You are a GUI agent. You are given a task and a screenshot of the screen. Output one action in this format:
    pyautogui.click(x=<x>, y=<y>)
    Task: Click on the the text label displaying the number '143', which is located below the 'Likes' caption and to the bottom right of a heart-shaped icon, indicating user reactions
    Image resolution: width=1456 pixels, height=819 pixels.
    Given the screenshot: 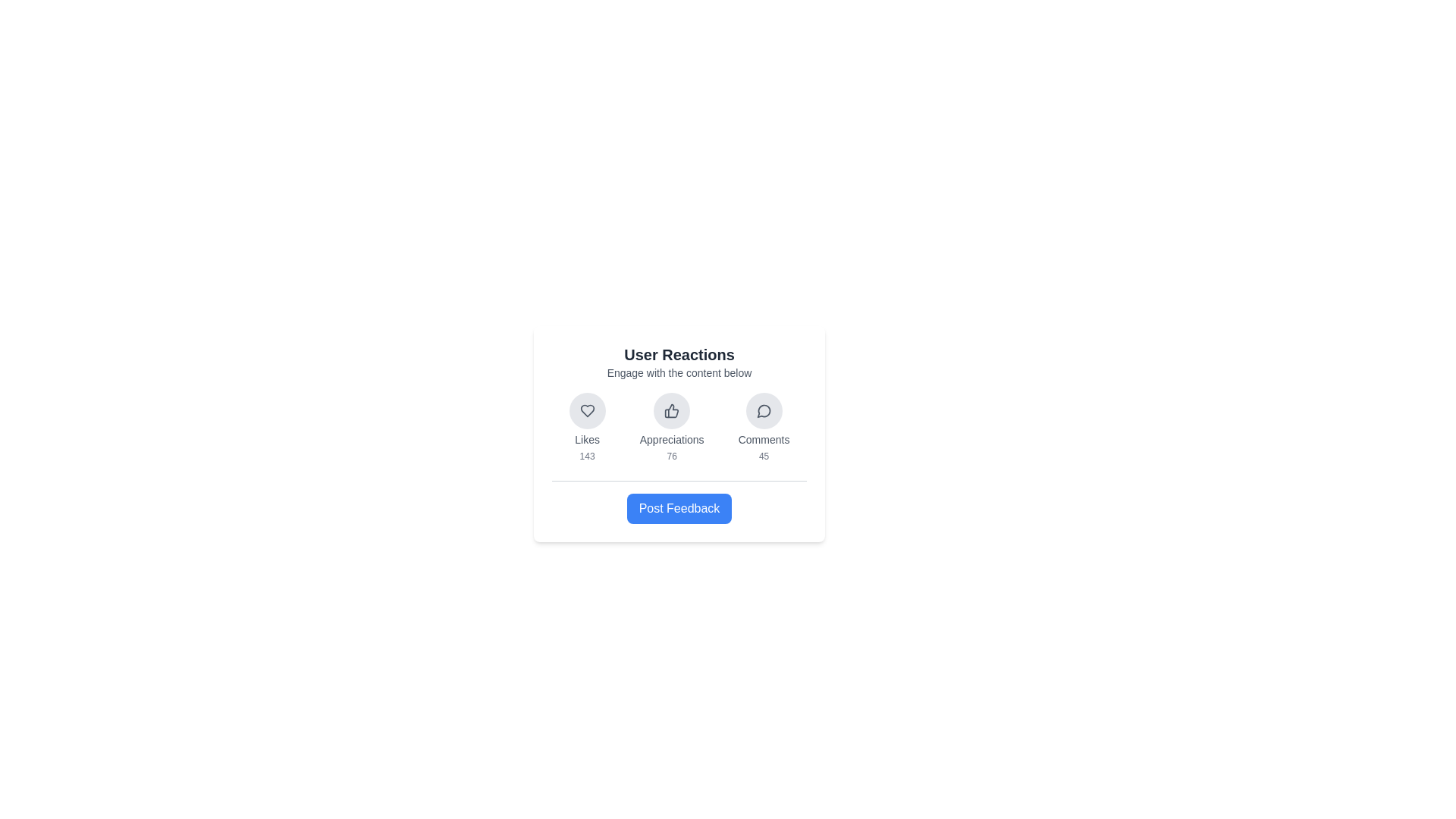 What is the action you would take?
    pyautogui.click(x=586, y=455)
    